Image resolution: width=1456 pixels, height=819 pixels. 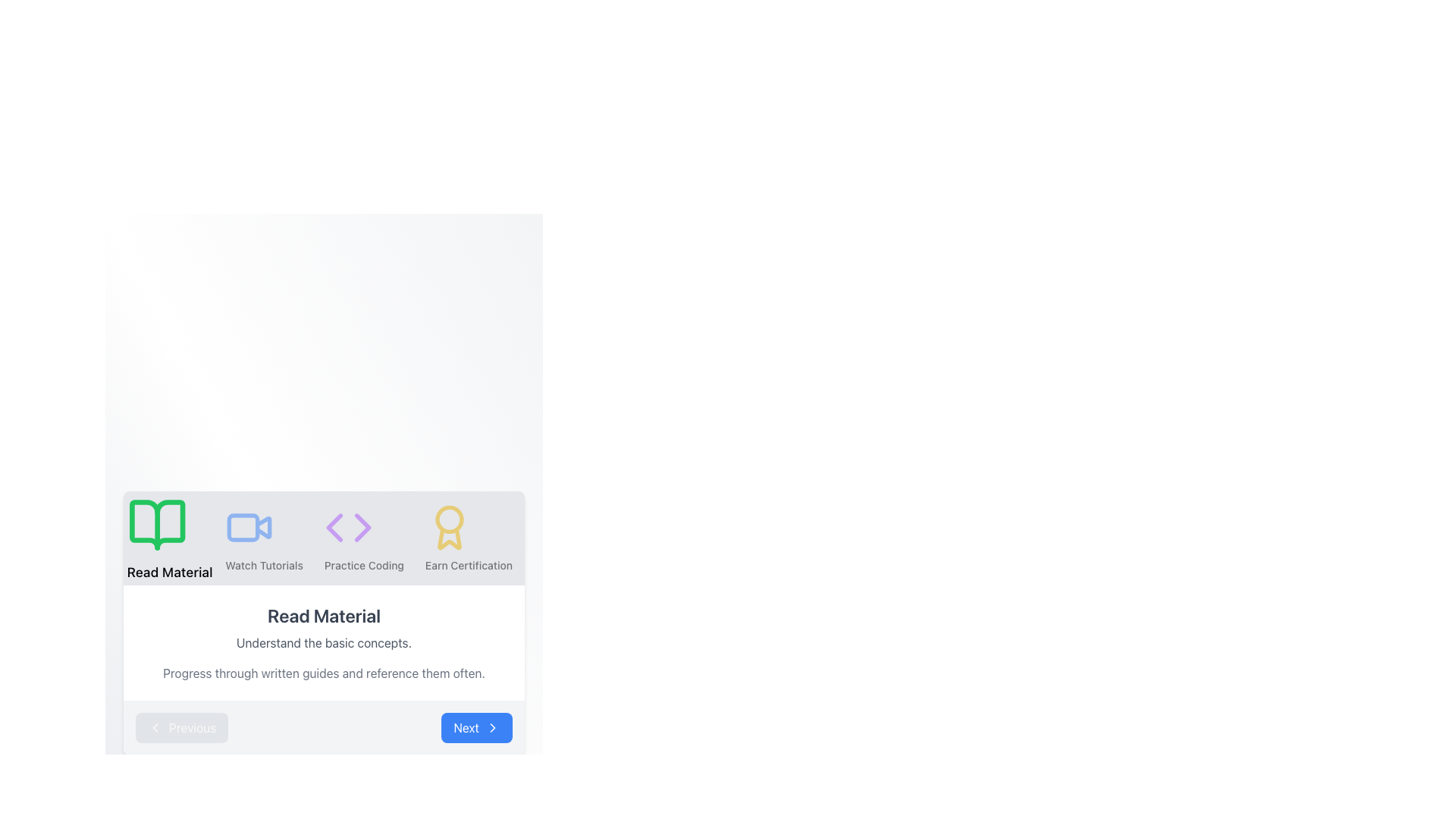 I want to click on the 'Read Material' icon, which is a green open book icon with the label below it, so click(x=170, y=537).